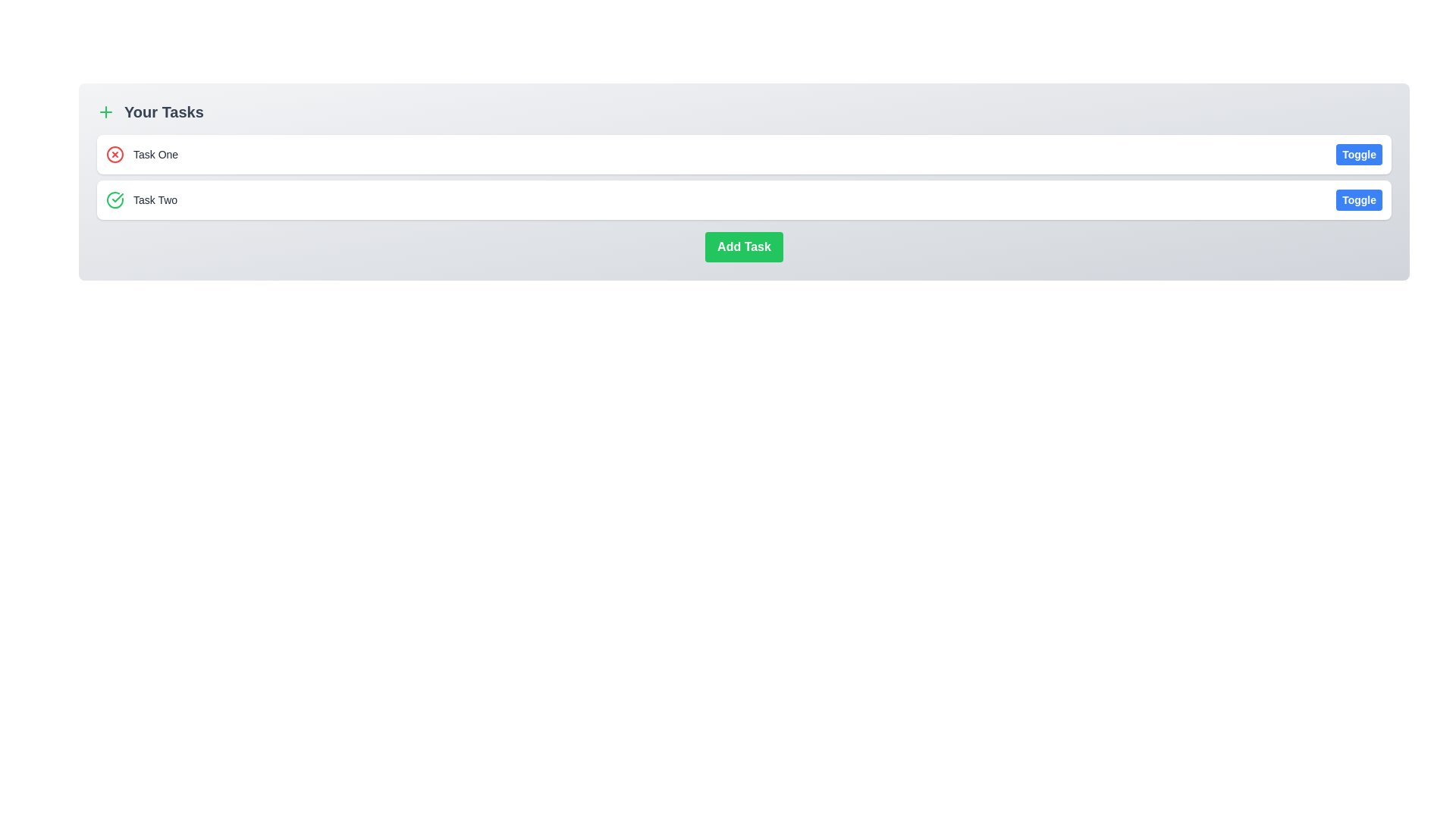 The image size is (1456, 819). Describe the element at coordinates (744, 246) in the screenshot. I see `the button with a green background and white bold uppercase text reading 'Add Task'` at that location.